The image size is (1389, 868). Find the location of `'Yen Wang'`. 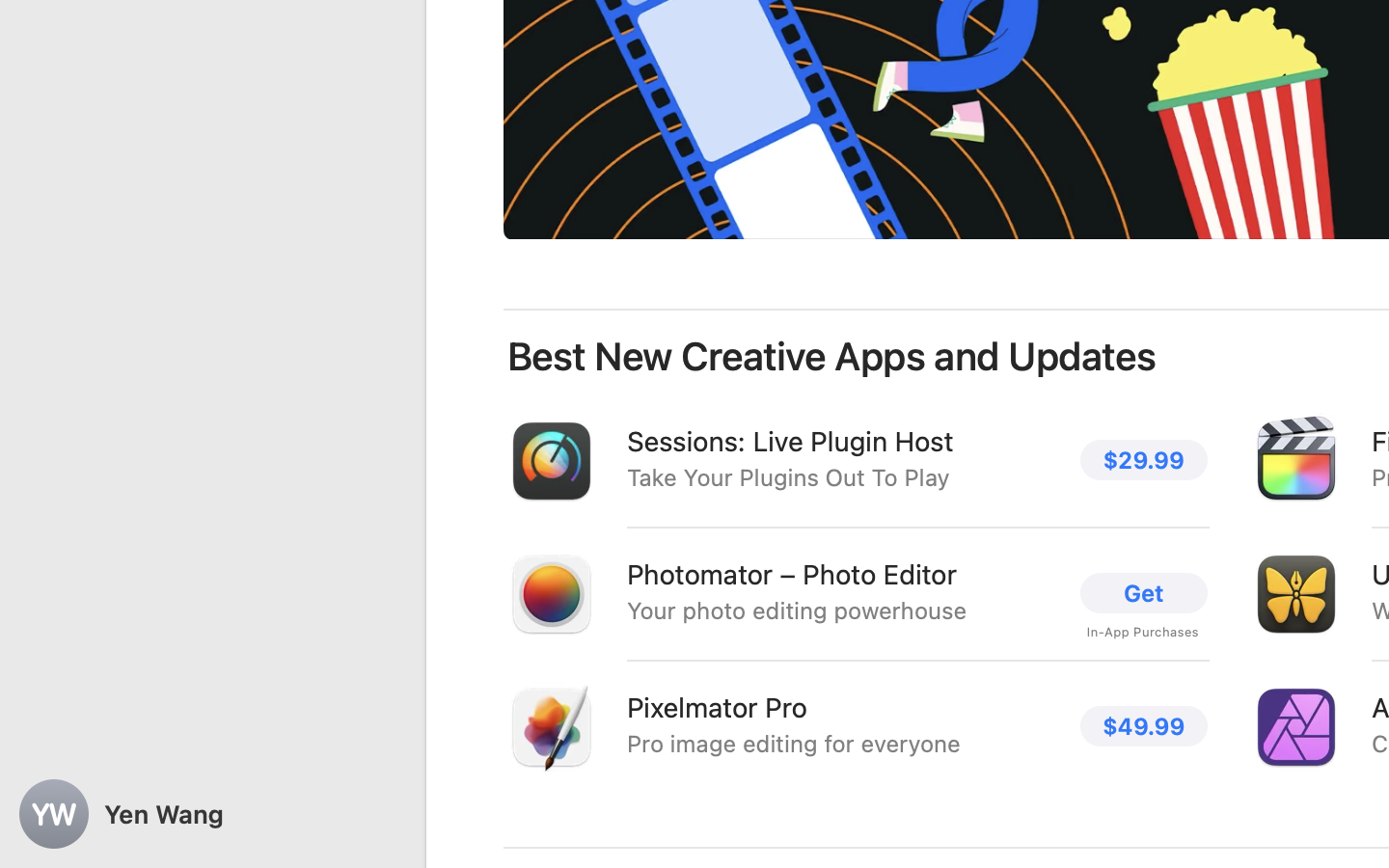

'Yen Wang' is located at coordinates (212, 814).